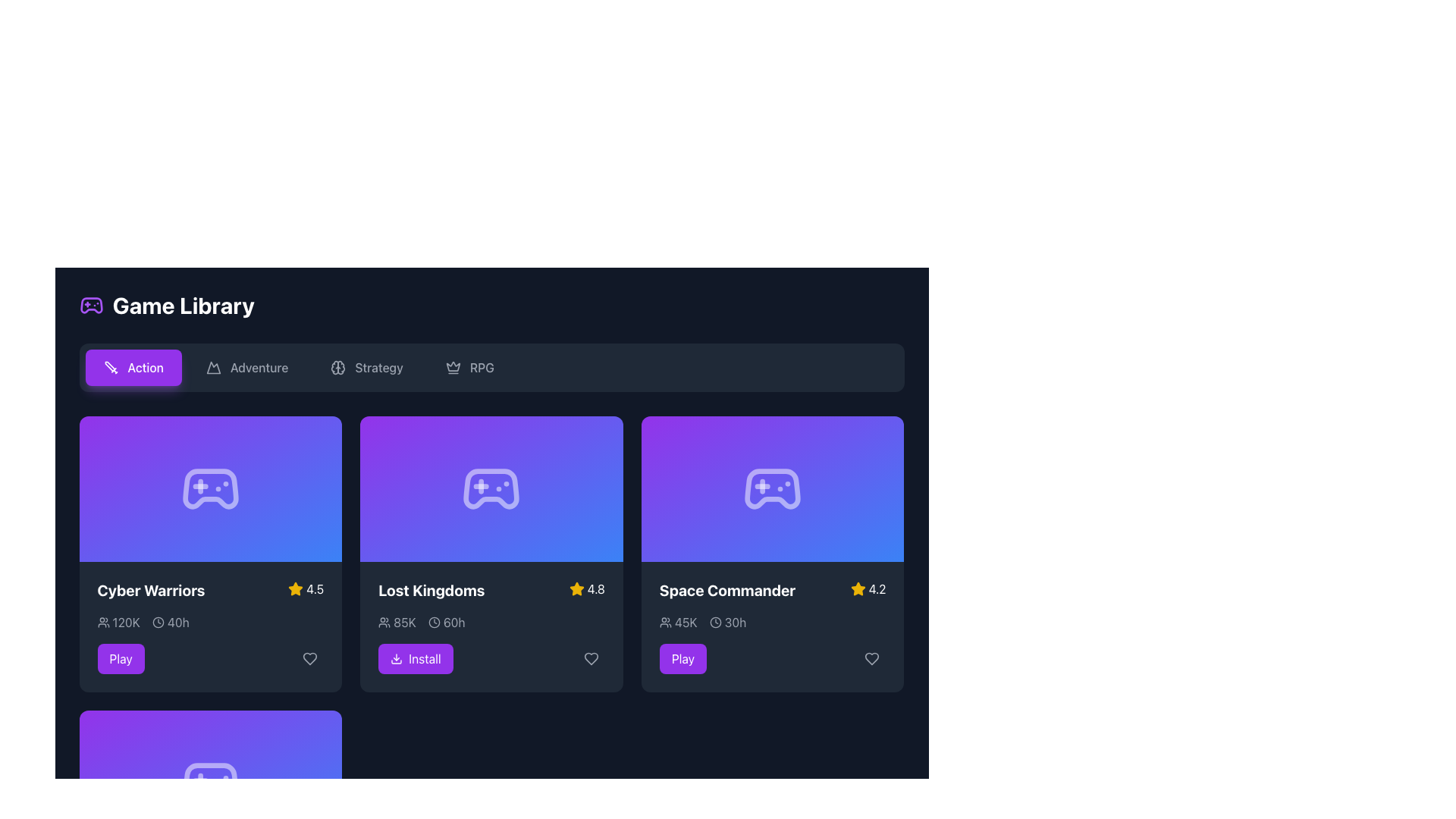 The width and height of the screenshot is (1456, 819). I want to click on the static text label displaying the numerical rating value '4.2', which is styled with white text color on a dark background and positioned near a yellow star icon in the 'Space Commander' card, so click(877, 588).